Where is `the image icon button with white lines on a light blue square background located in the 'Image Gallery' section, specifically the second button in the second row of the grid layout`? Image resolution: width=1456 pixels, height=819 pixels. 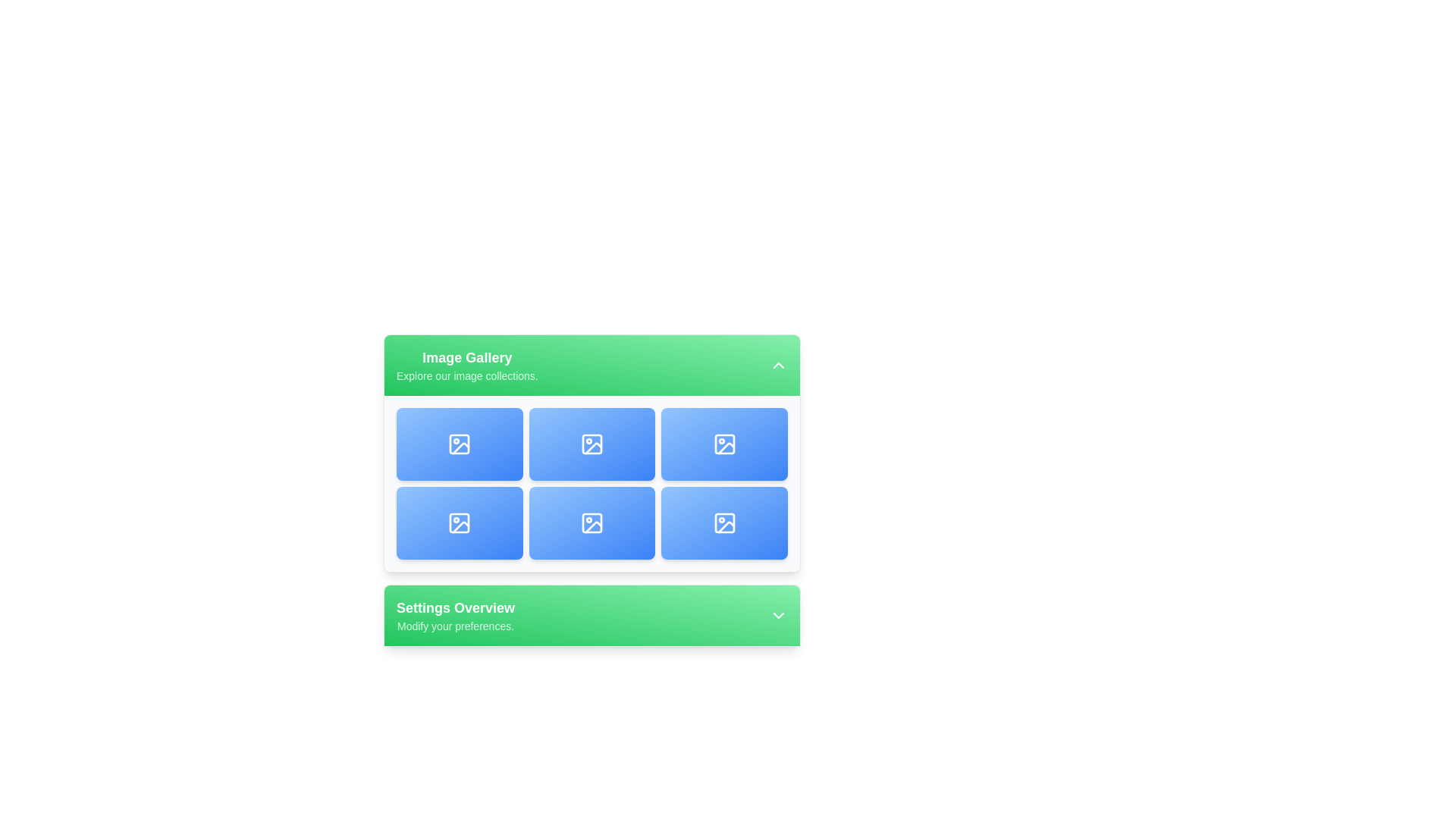
the image icon button with white lines on a light blue square background located in the 'Image Gallery' section, specifically the second button in the second row of the grid layout is located at coordinates (459, 522).